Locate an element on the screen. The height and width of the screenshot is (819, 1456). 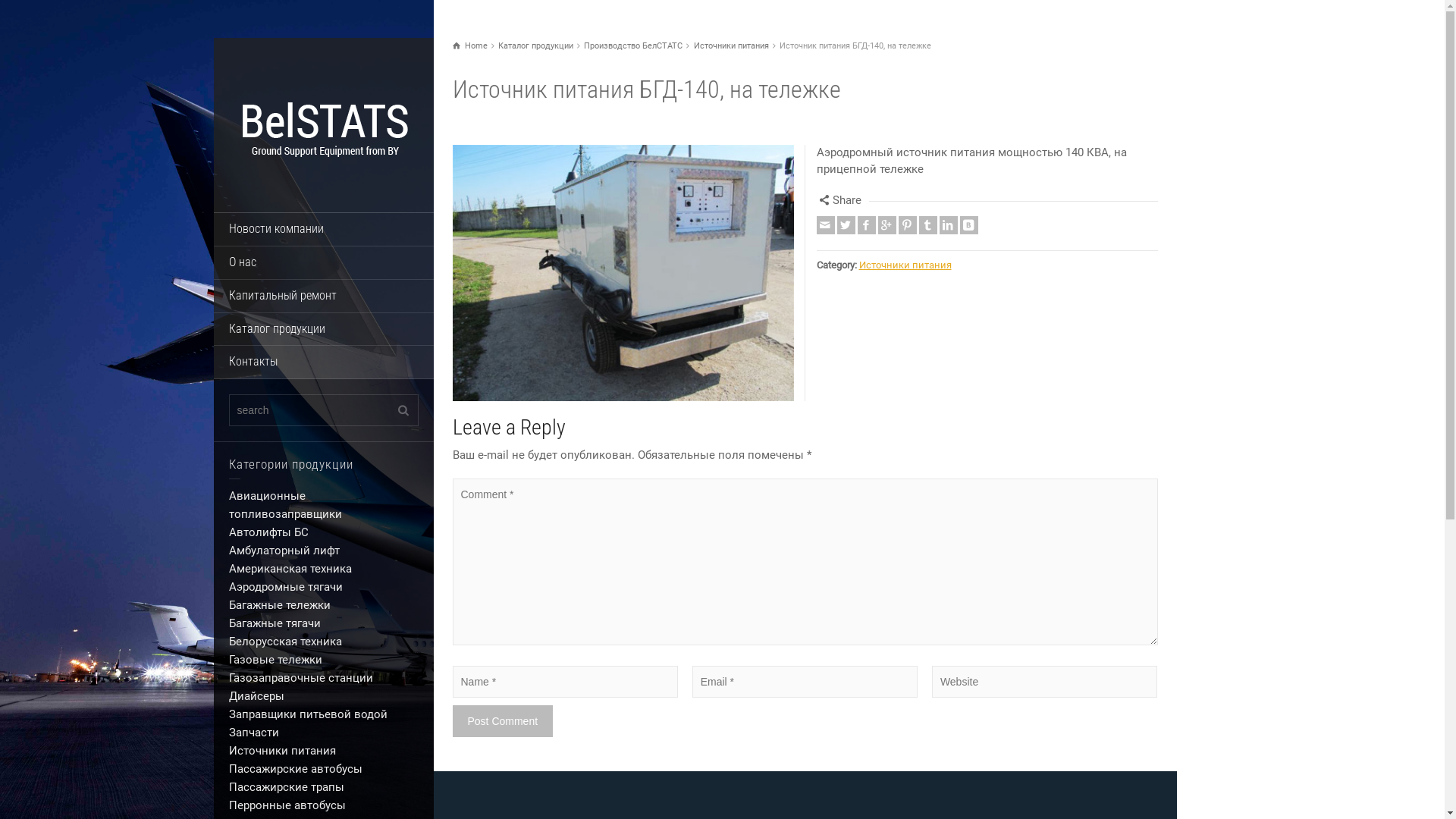
'Vkontakte' is located at coordinates (968, 225).